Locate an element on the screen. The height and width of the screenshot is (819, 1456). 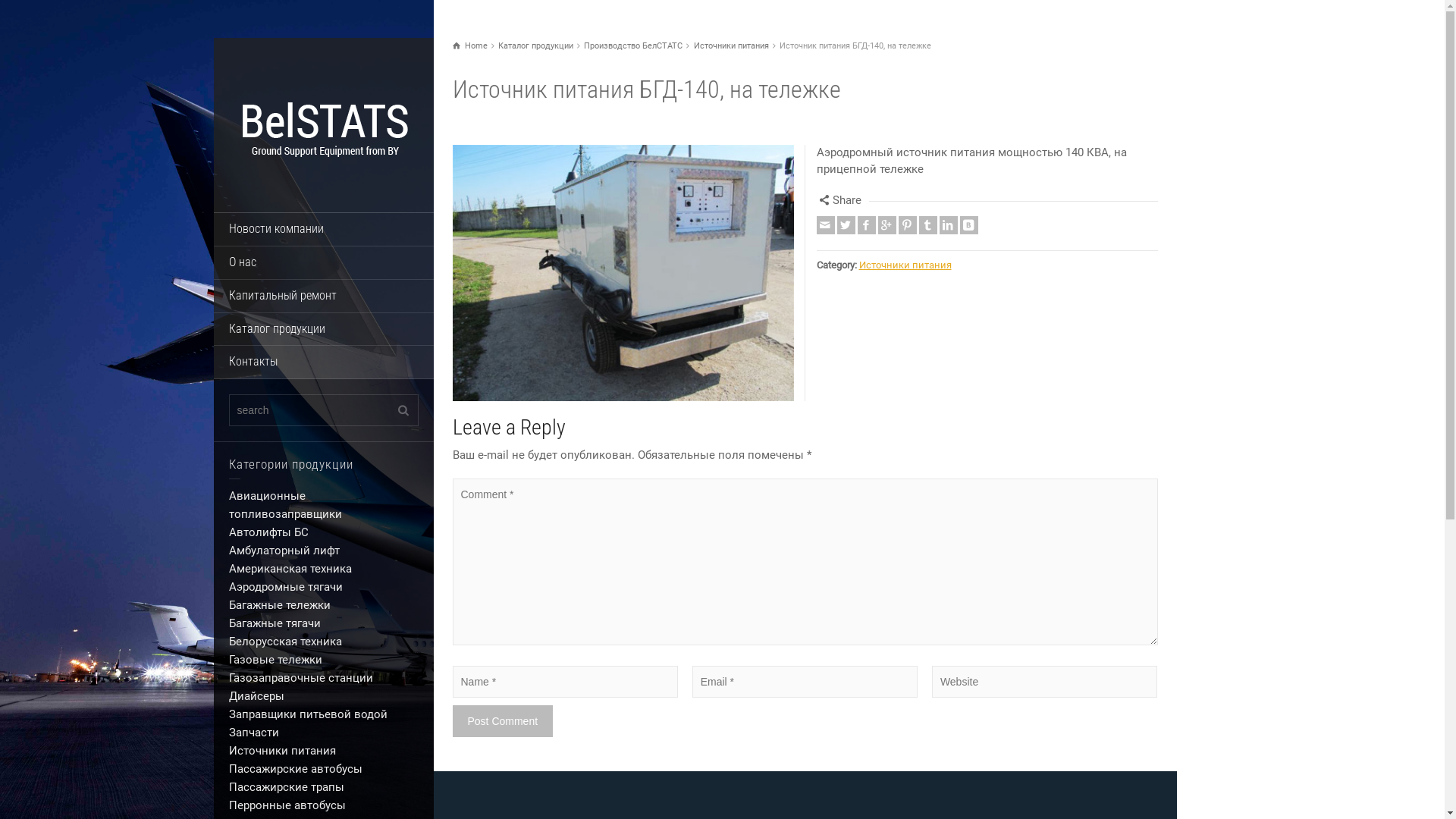
'Vkontakte' is located at coordinates (968, 225).